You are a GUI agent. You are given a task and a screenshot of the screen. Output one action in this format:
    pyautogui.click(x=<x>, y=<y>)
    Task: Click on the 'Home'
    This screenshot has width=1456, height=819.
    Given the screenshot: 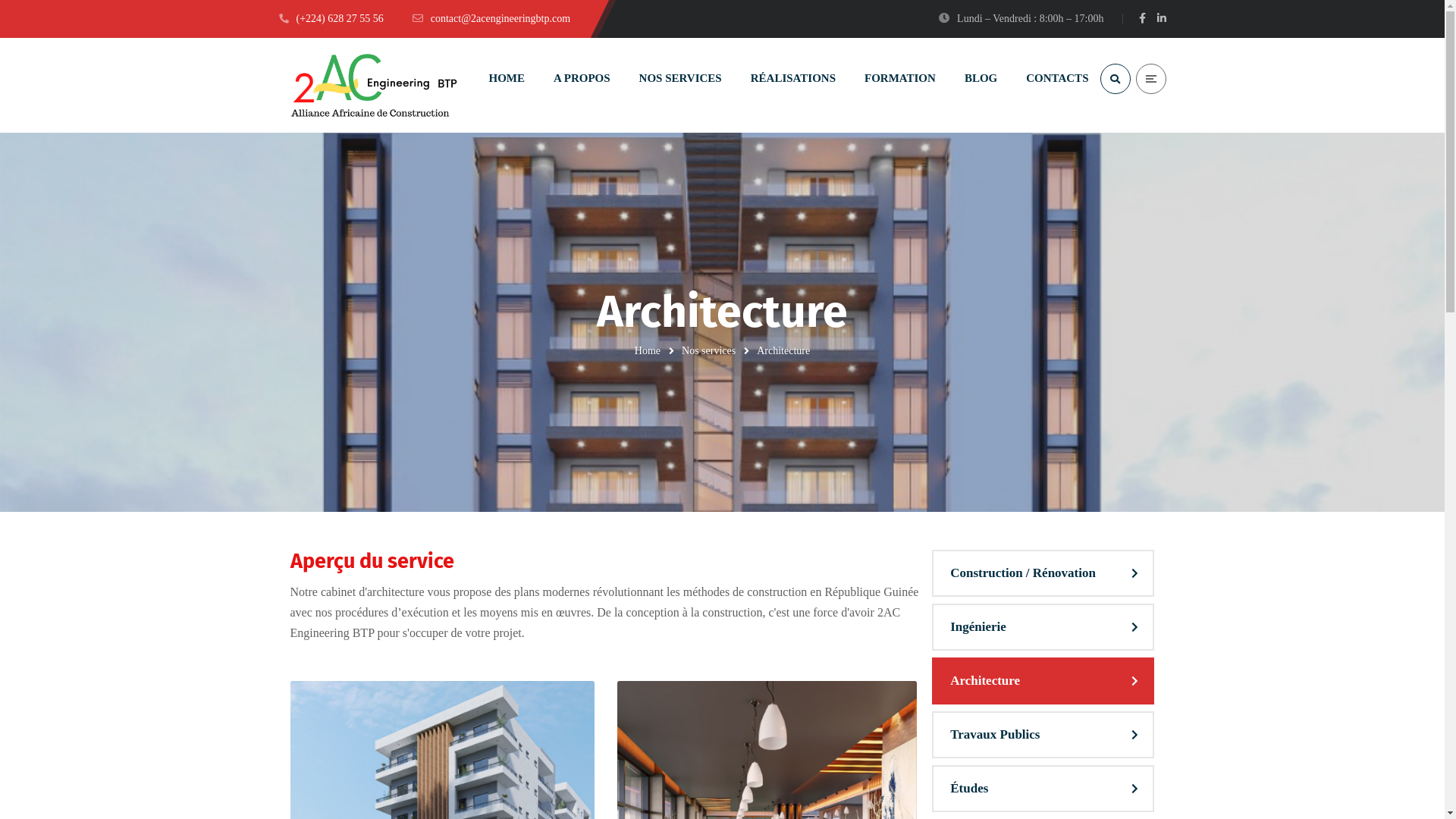 What is the action you would take?
    pyautogui.click(x=634, y=350)
    